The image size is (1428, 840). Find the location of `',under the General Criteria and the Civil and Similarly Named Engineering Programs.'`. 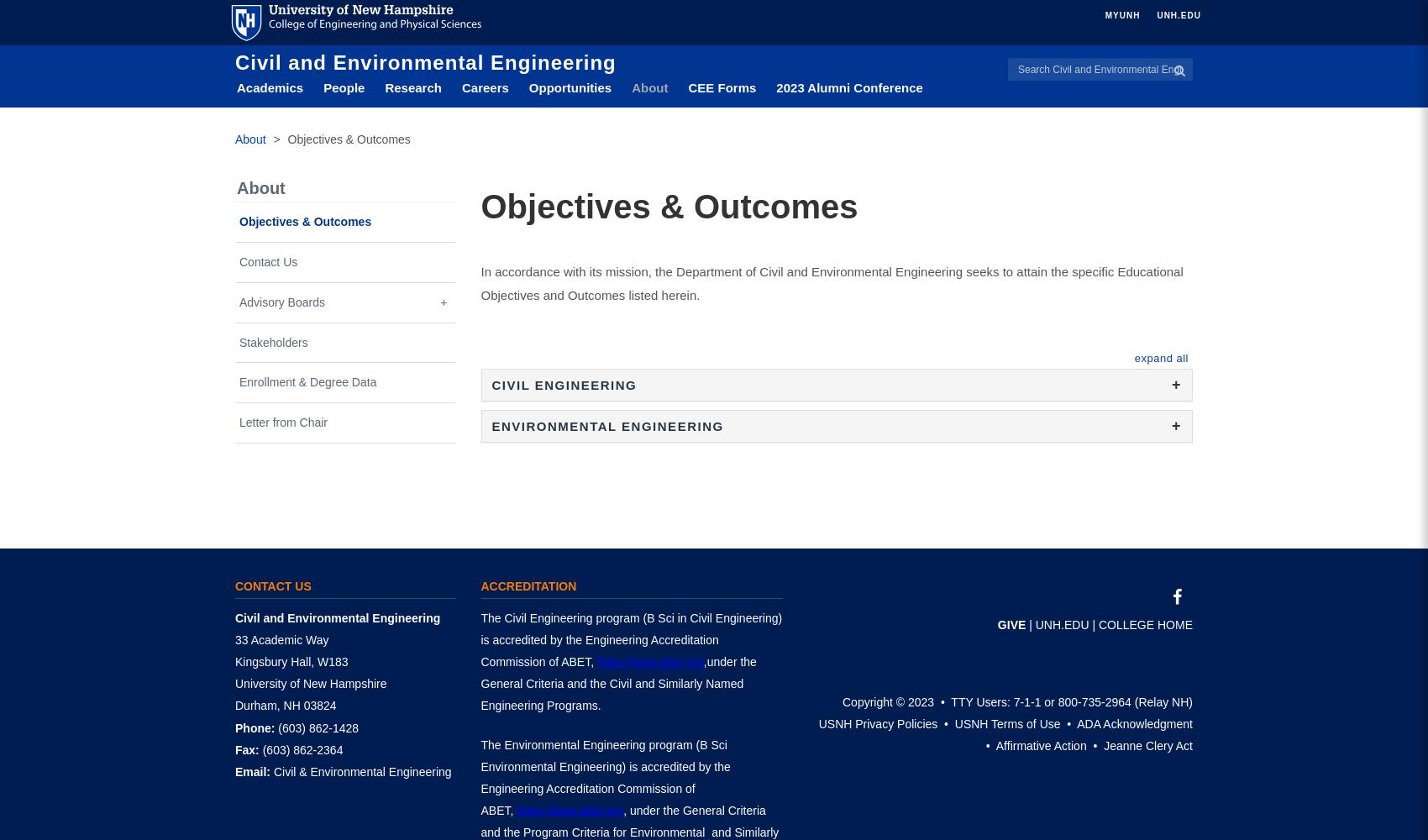

',under the General Criteria and the Civil and Similarly Named Engineering Programs.' is located at coordinates (617, 683).